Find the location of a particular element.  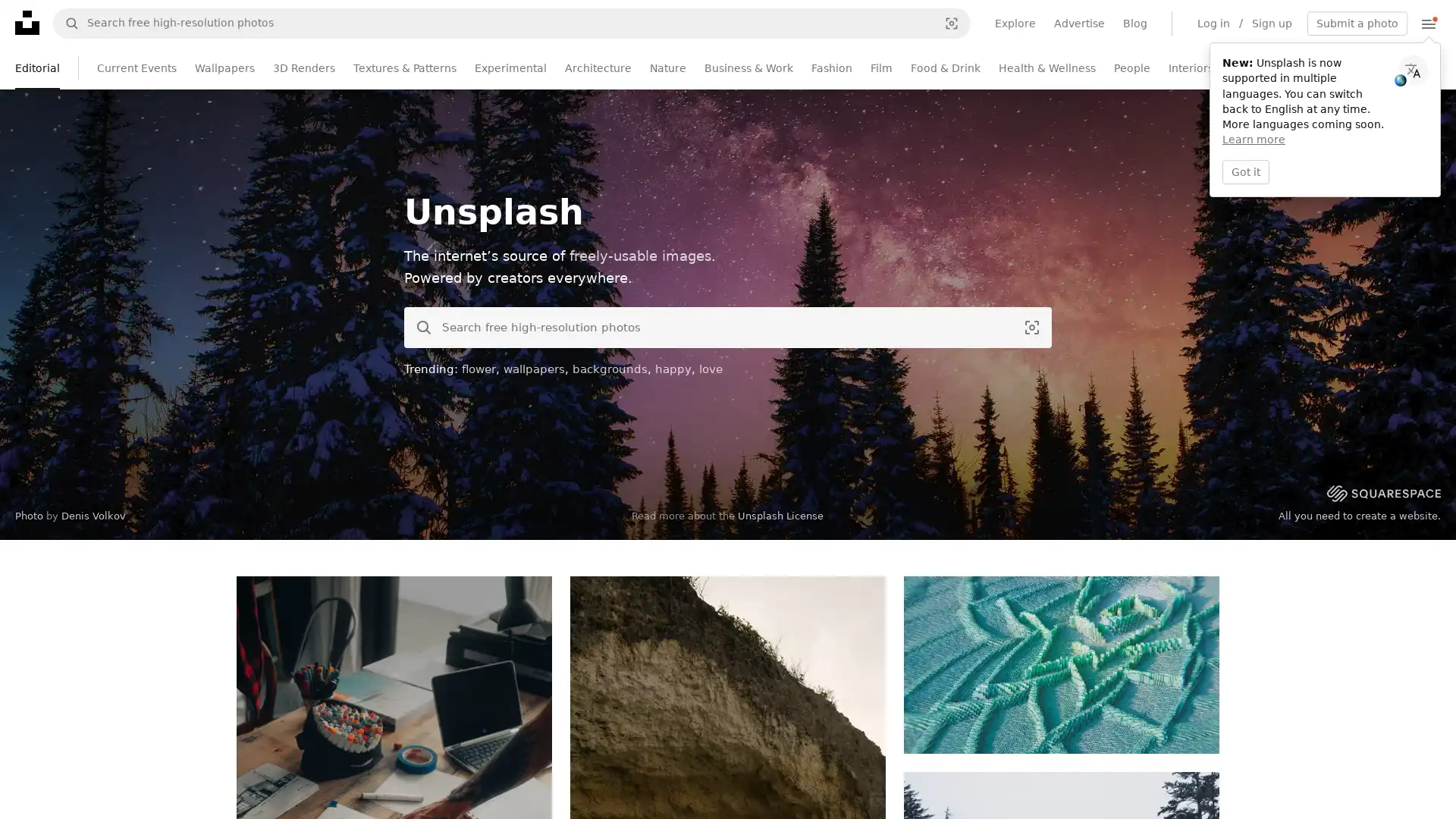

Search Unsplash is located at coordinates (419, 327).